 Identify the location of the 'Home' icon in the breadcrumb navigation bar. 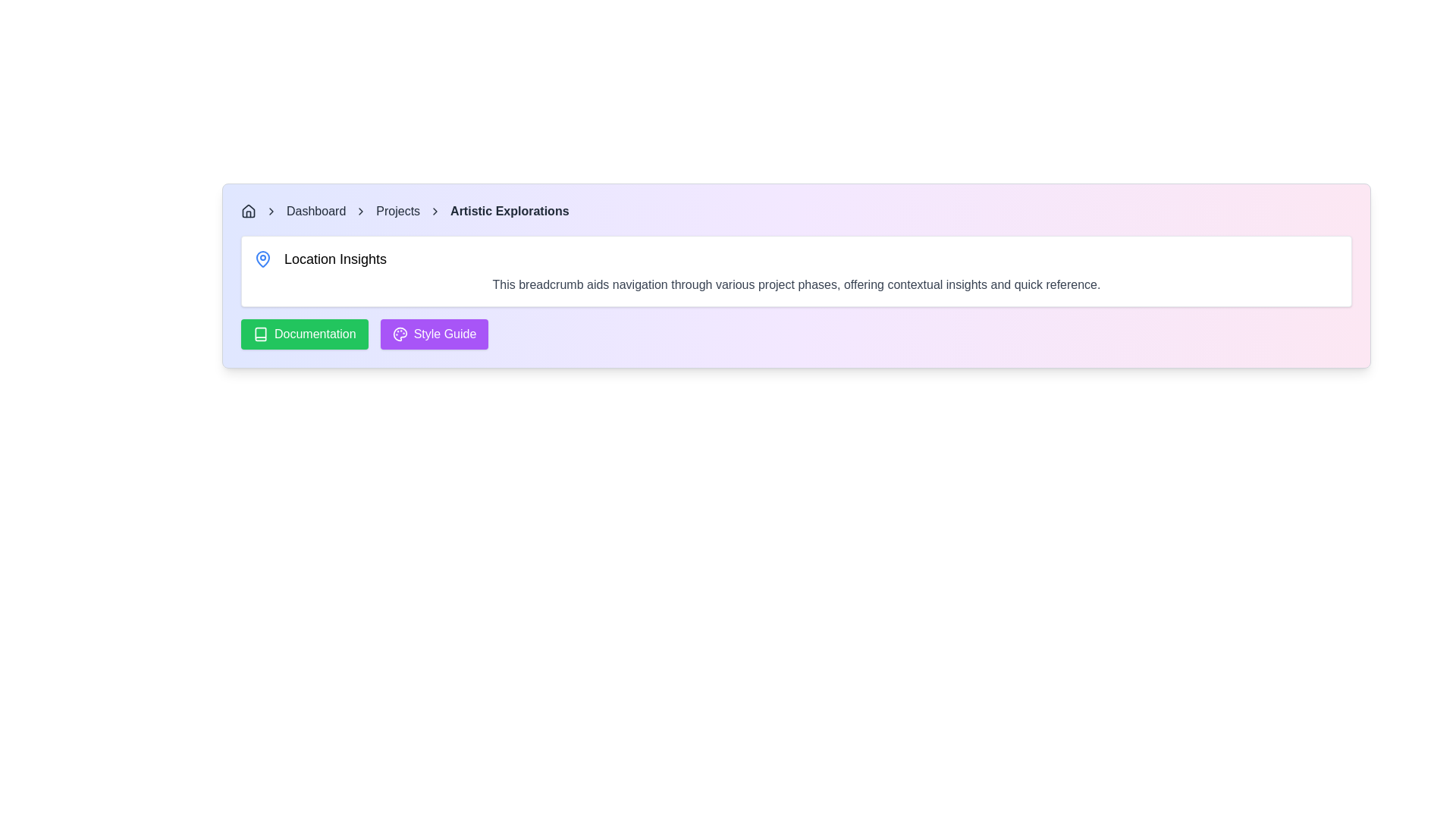
(248, 211).